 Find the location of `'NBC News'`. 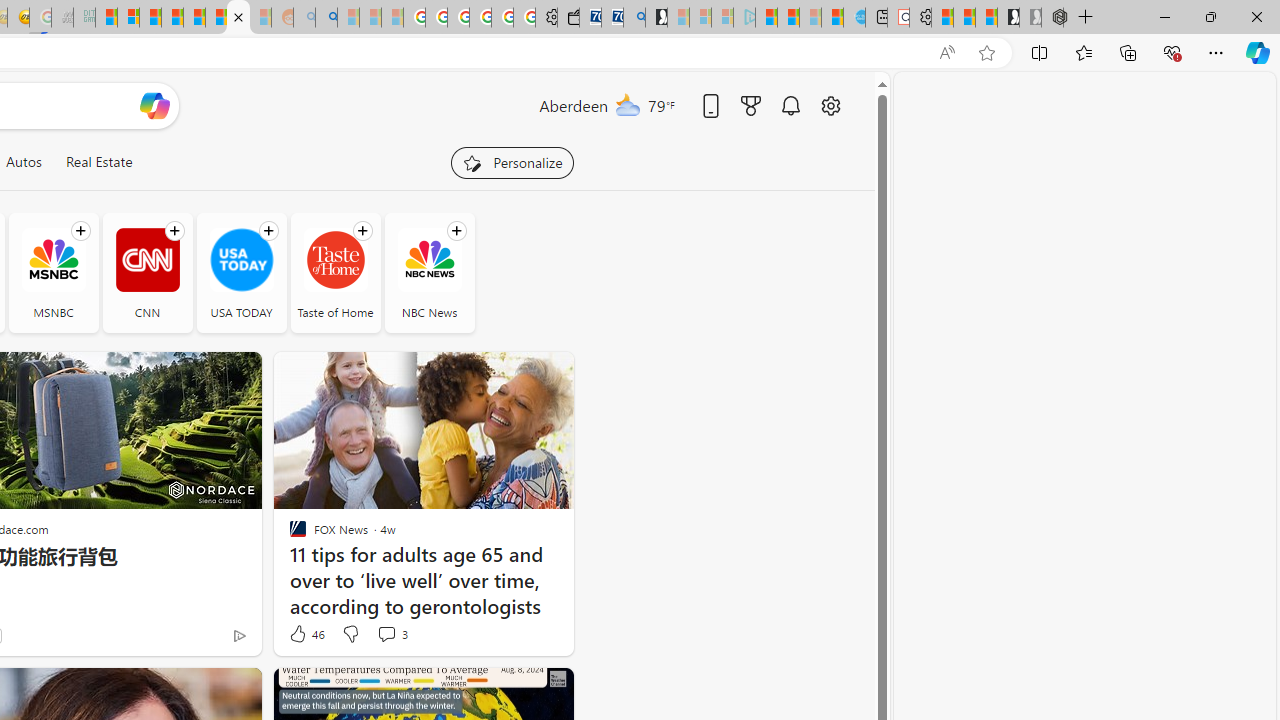

'NBC News' is located at coordinates (428, 272).